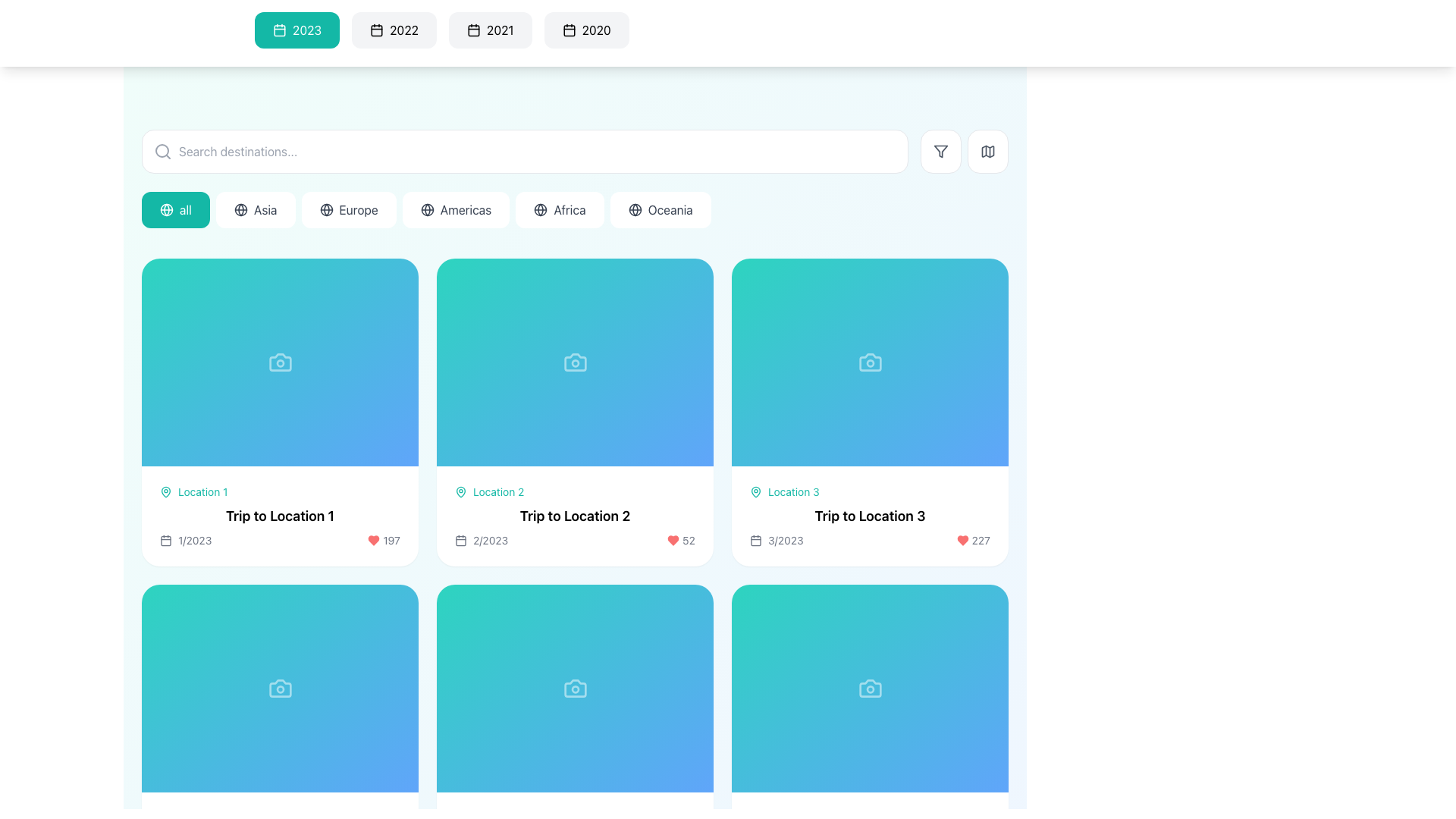 This screenshot has height=819, width=1456. I want to click on the button labeled 'Oceania', which features a globe icon and is styled with a white background, from its current position in the horizontal list of region buttons, so click(661, 210).